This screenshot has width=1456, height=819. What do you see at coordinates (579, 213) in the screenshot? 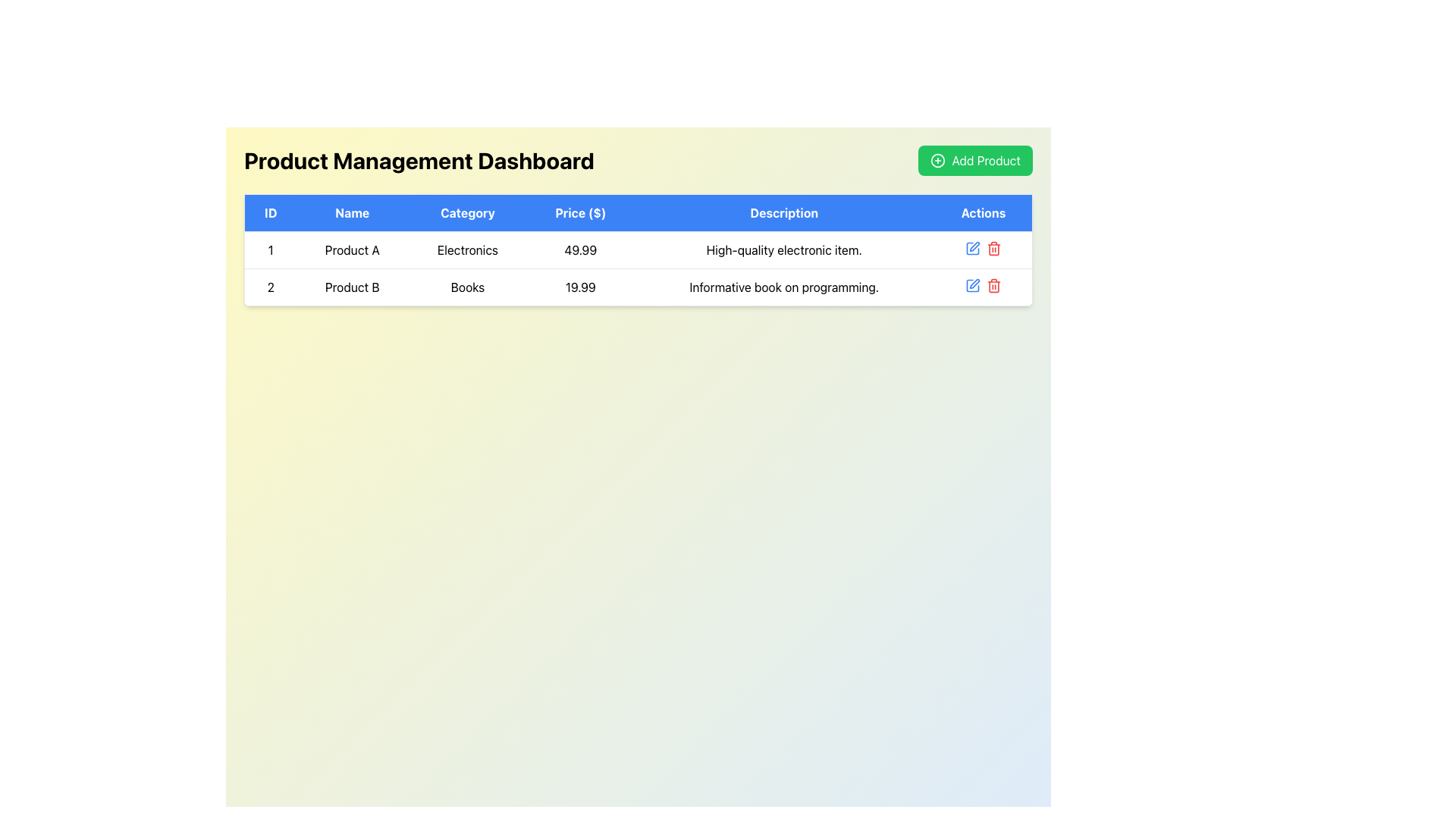
I see `the 'Price ($)' table header cell, which is the fourth header cell from the left in the table's header row, positioned between the 'Category' and 'Description' headers` at bounding box center [579, 213].